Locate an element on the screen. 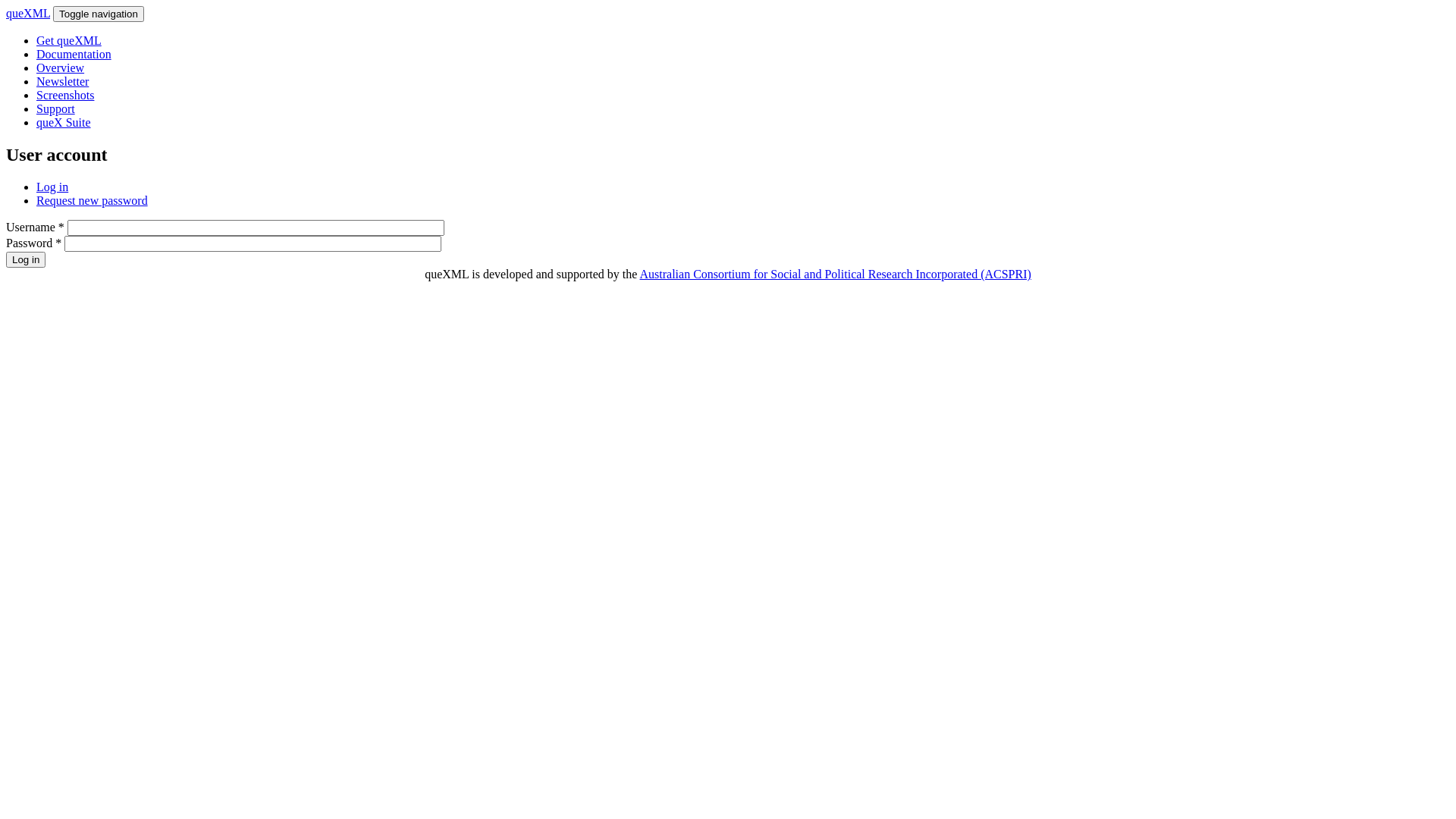 This screenshot has height=819, width=1456. 'Documentation' is located at coordinates (36, 53).